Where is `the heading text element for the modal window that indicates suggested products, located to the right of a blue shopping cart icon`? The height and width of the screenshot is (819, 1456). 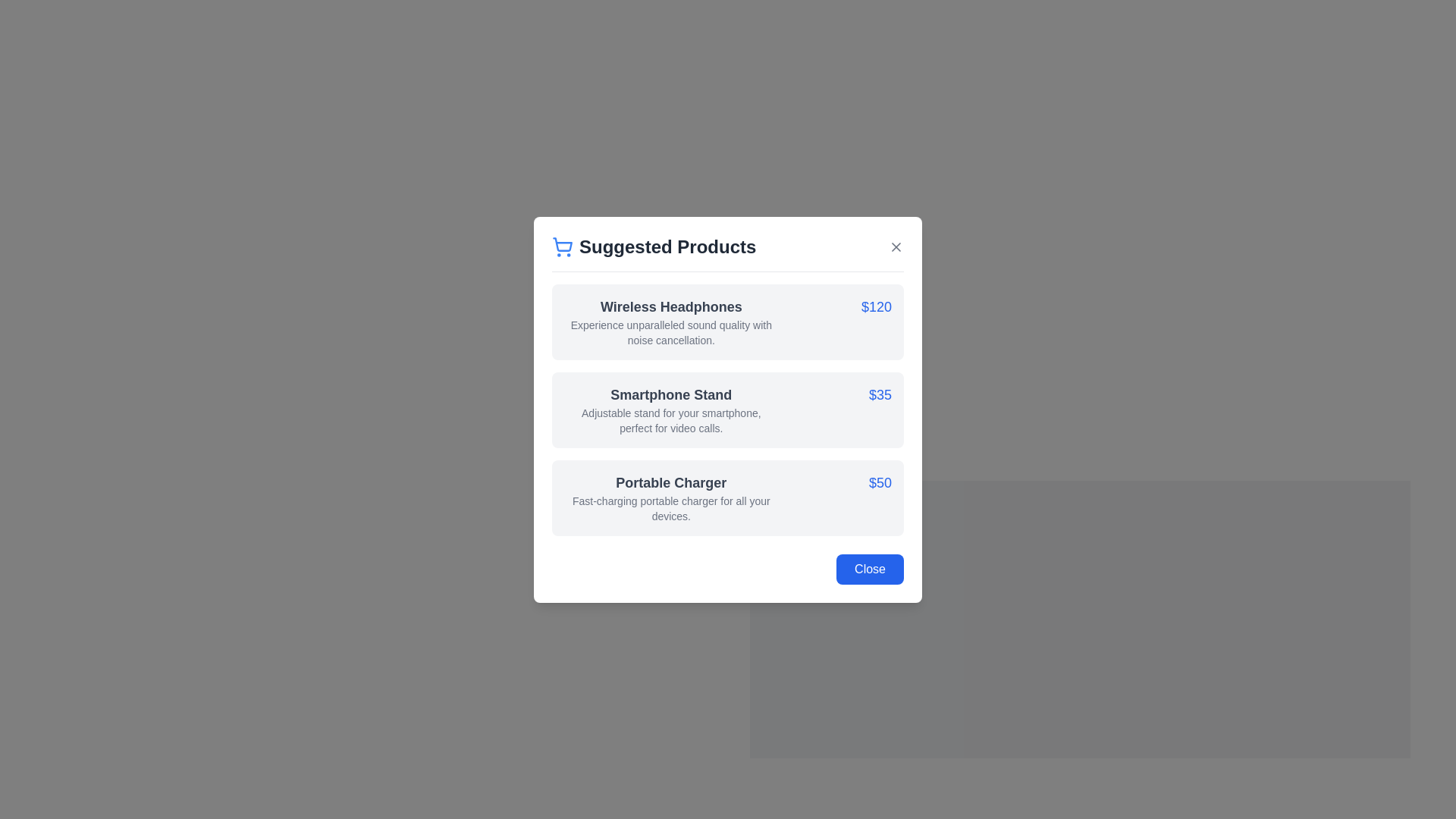
the heading text element for the modal window that indicates suggested products, located to the right of a blue shopping cart icon is located at coordinates (654, 246).